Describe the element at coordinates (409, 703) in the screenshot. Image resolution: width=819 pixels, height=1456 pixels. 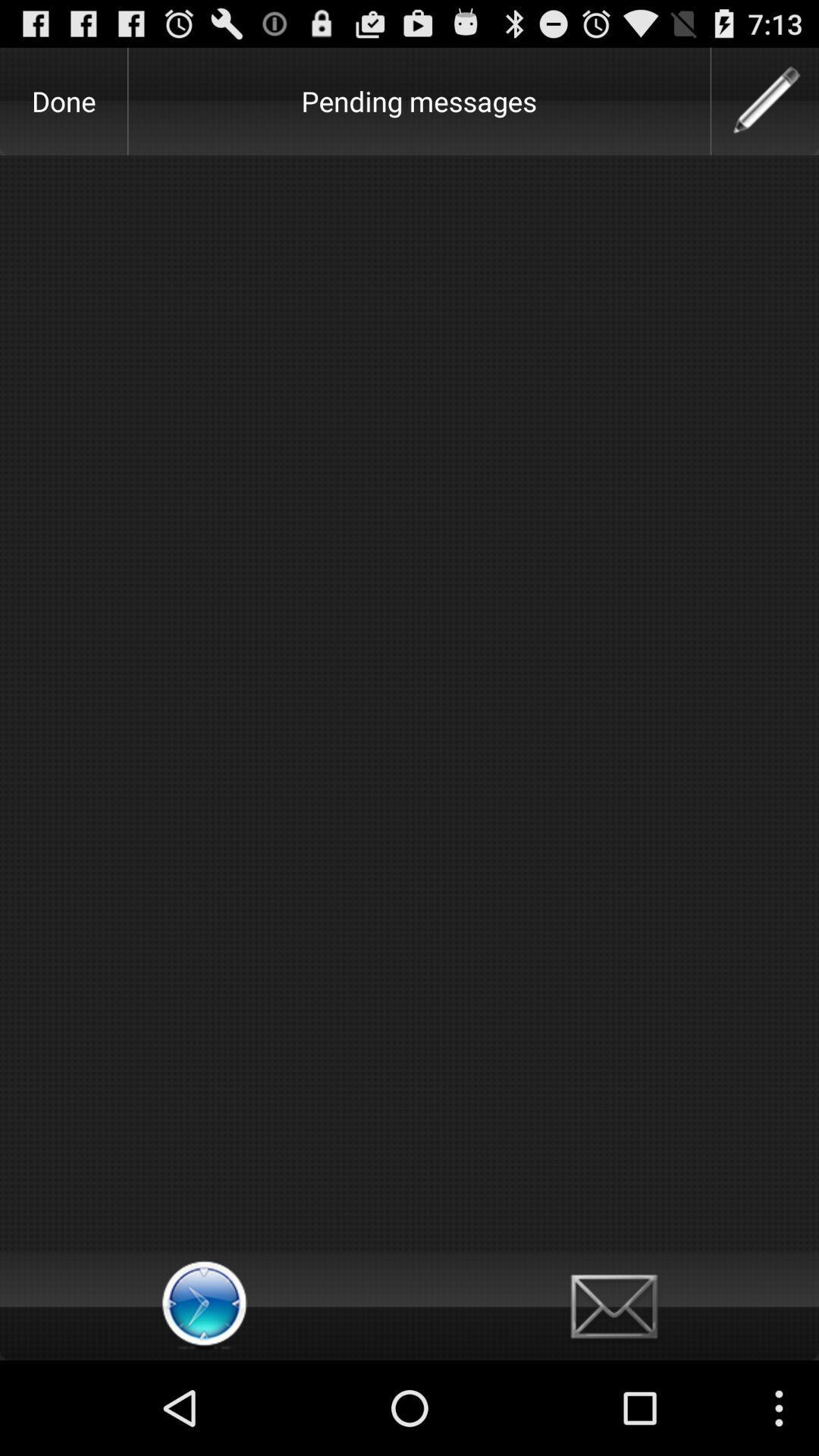
I see `the item below the done icon` at that location.